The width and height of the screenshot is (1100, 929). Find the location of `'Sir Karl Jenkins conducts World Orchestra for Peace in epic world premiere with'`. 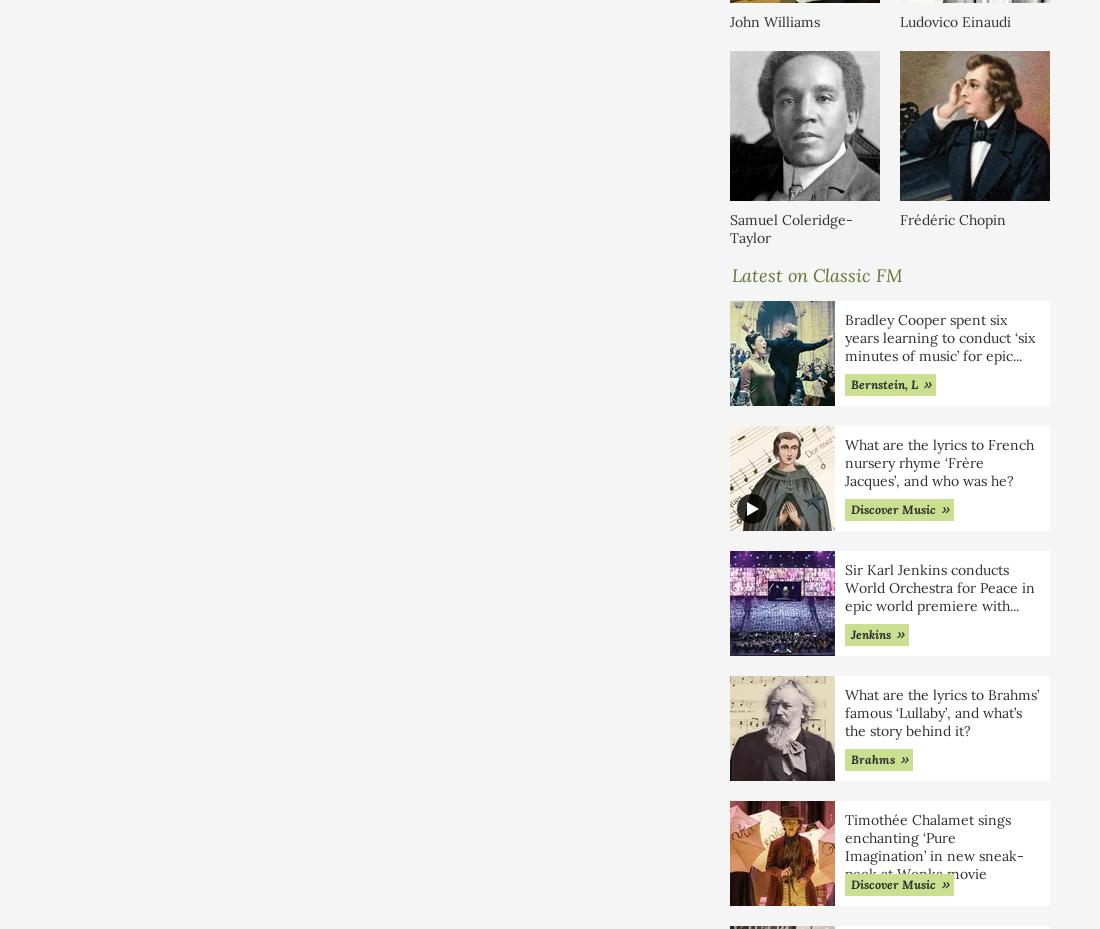

'Sir Karl Jenkins conducts World Orchestra for Peace in epic world premiere with' is located at coordinates (939, 586).